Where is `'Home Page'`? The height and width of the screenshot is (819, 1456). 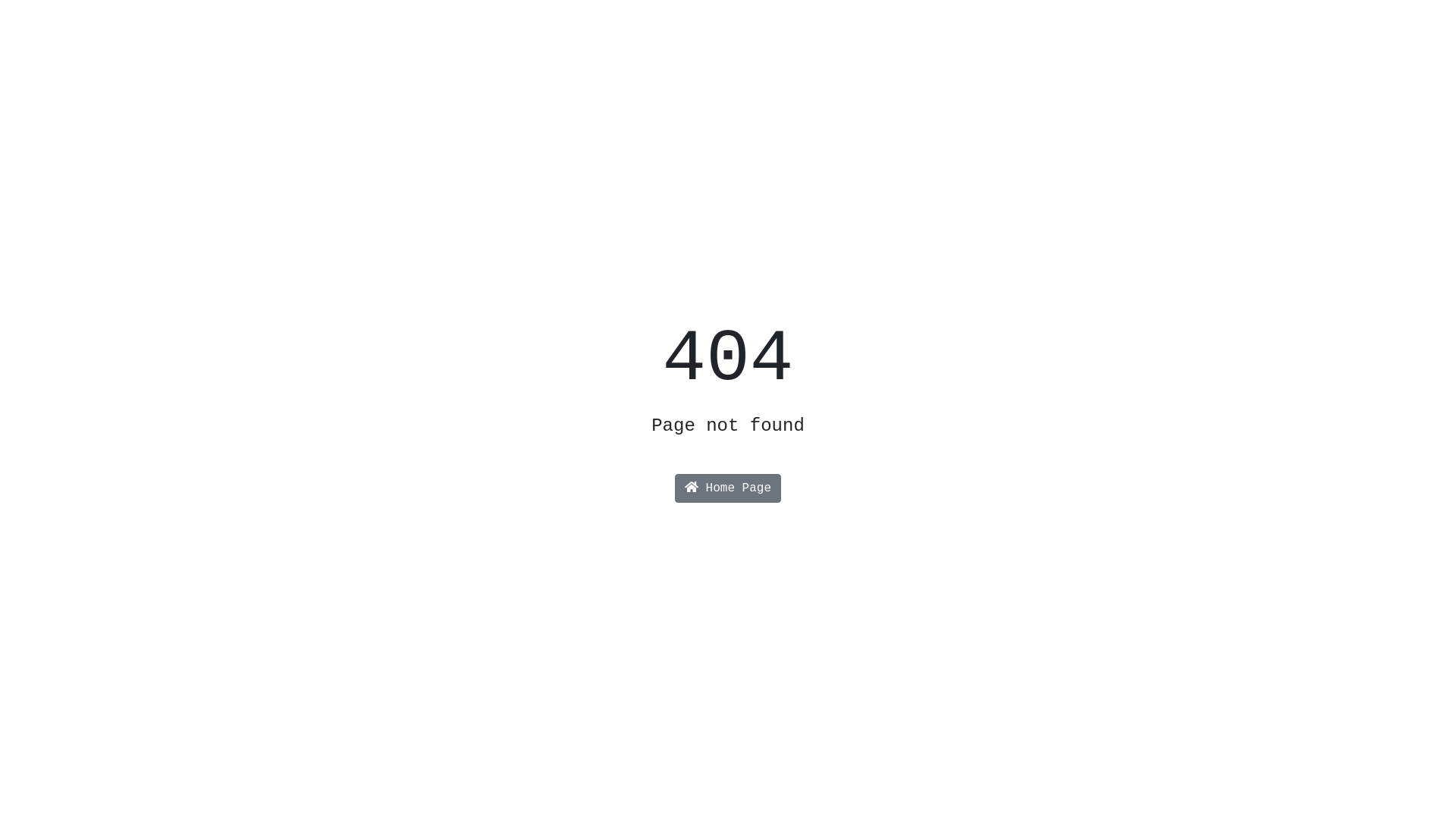
'Home Page' is located at coordinates (728, 488).